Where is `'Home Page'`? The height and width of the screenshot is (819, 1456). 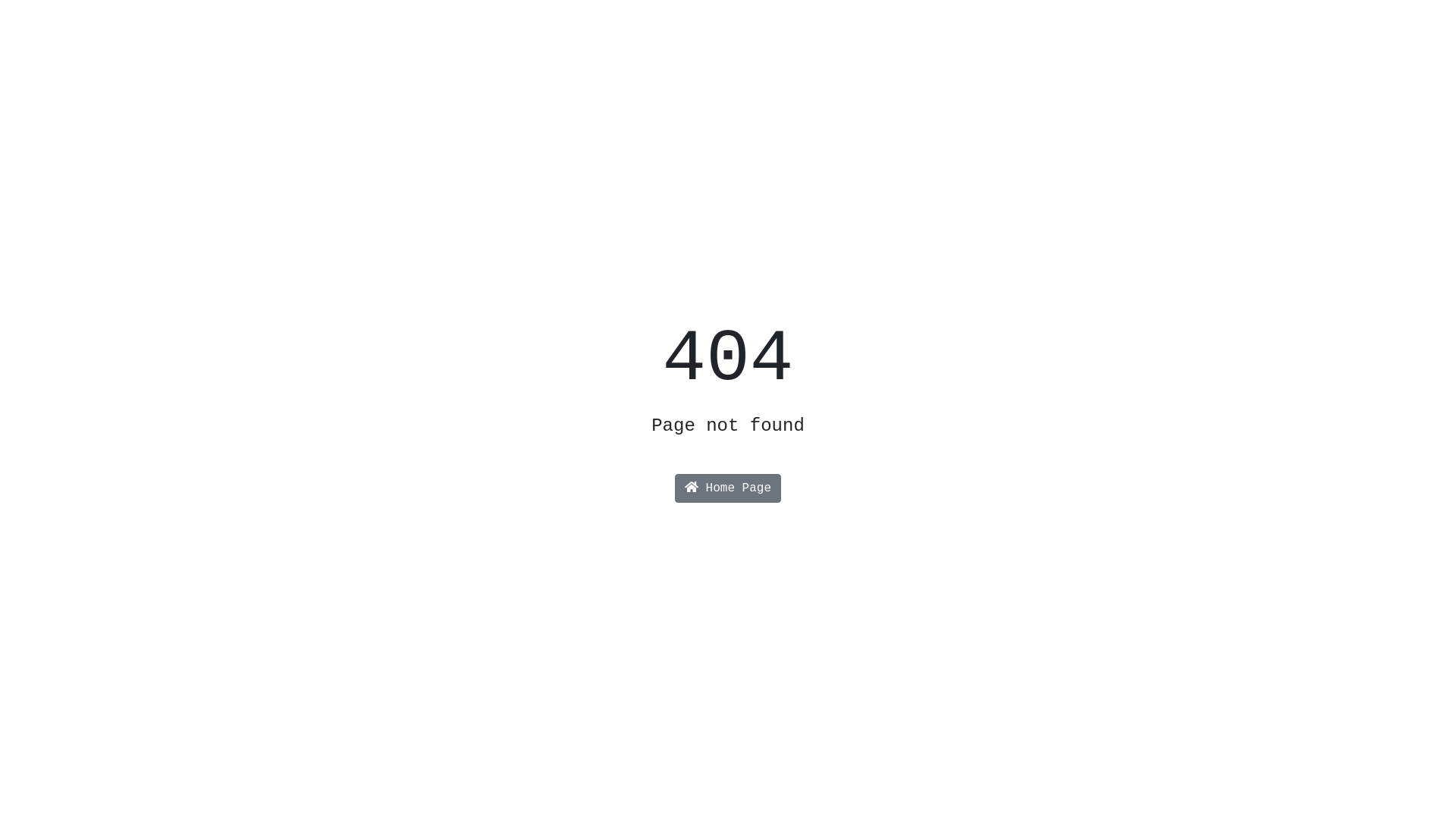
'Home Page' is located at coordinates (728, 488).